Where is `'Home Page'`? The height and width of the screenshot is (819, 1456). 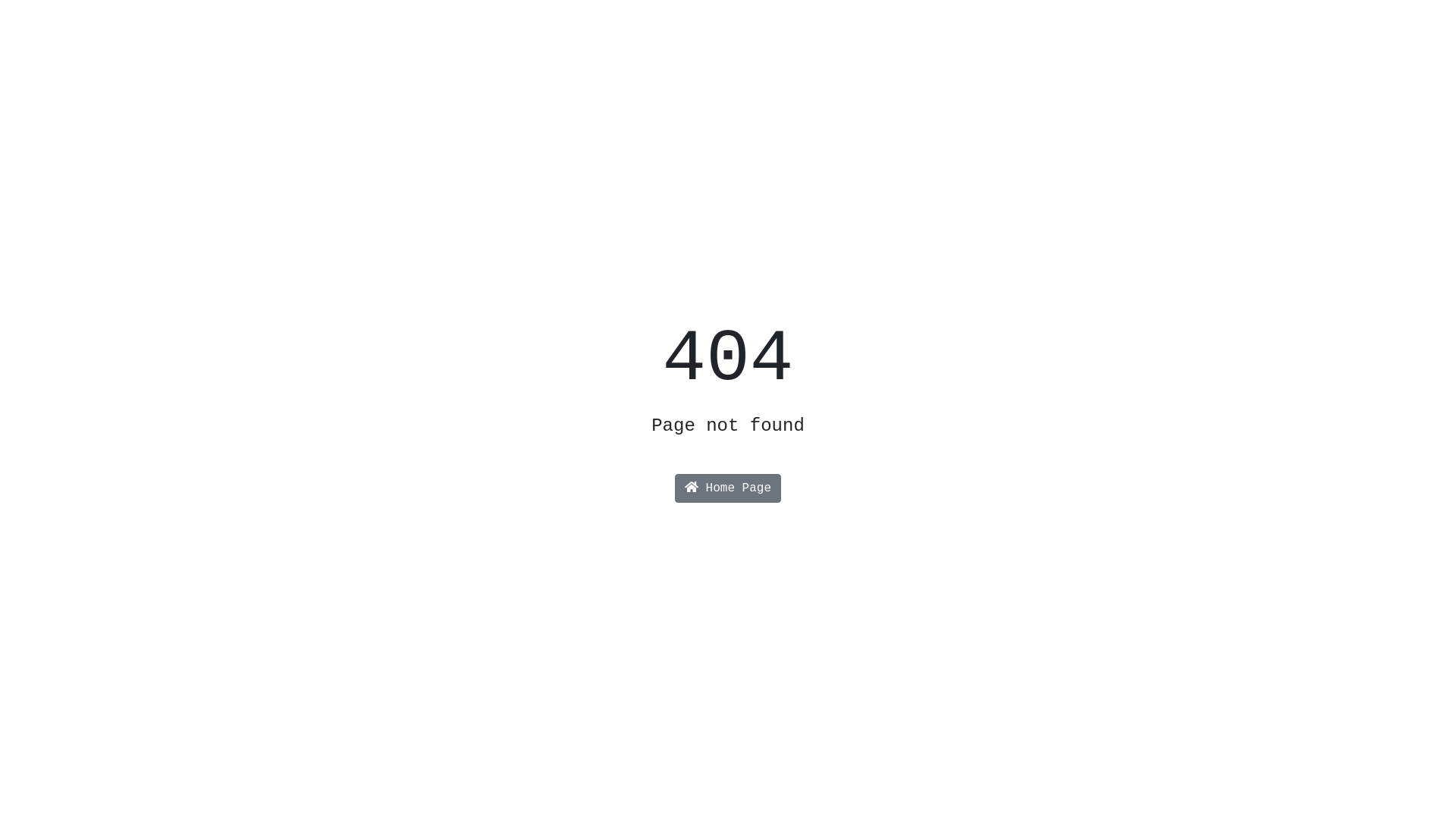
'Home Page' is located at coordinates (728, 488).